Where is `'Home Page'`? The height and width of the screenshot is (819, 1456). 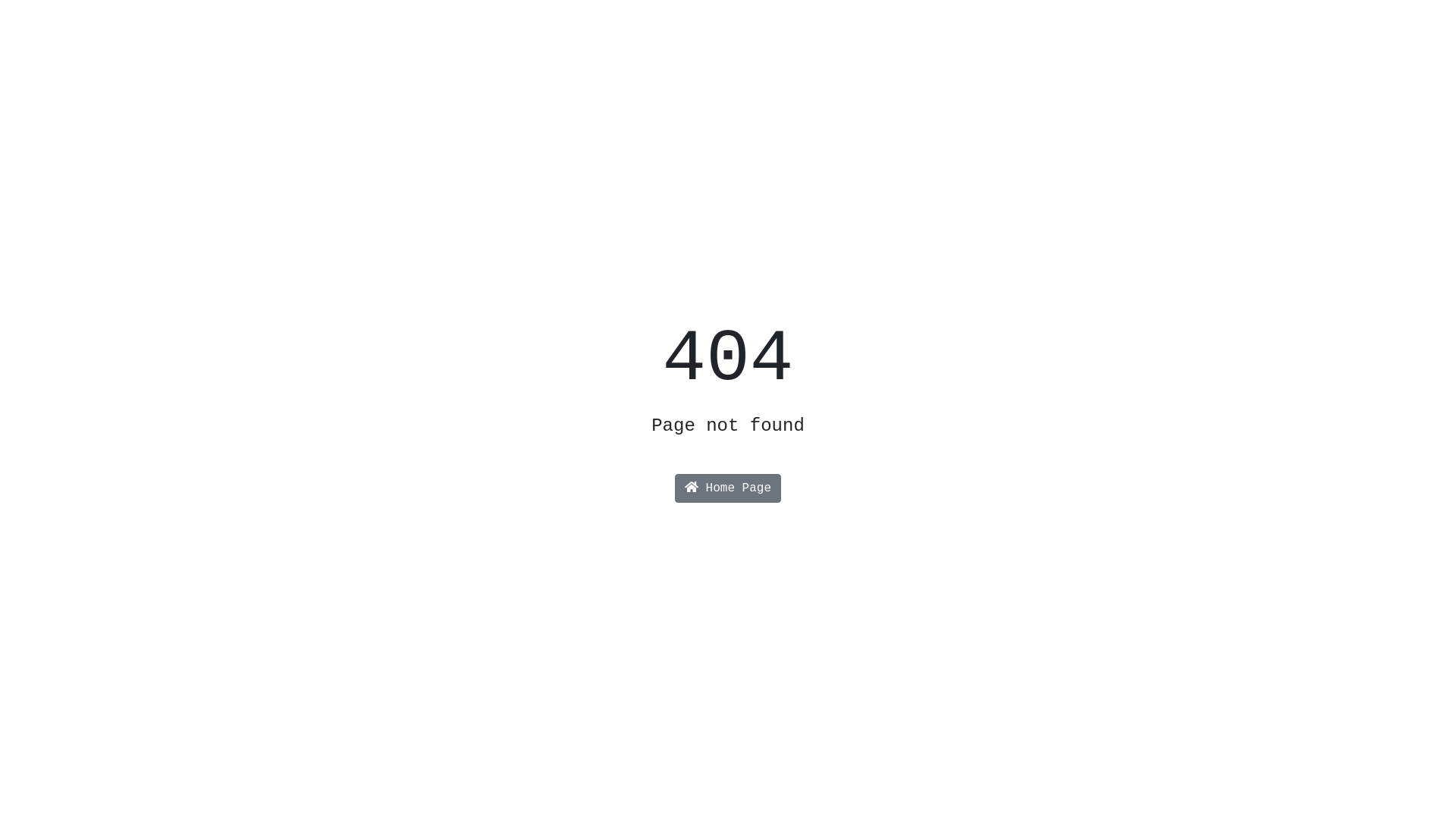
'Home Page' is located at coordinates (728, 488).